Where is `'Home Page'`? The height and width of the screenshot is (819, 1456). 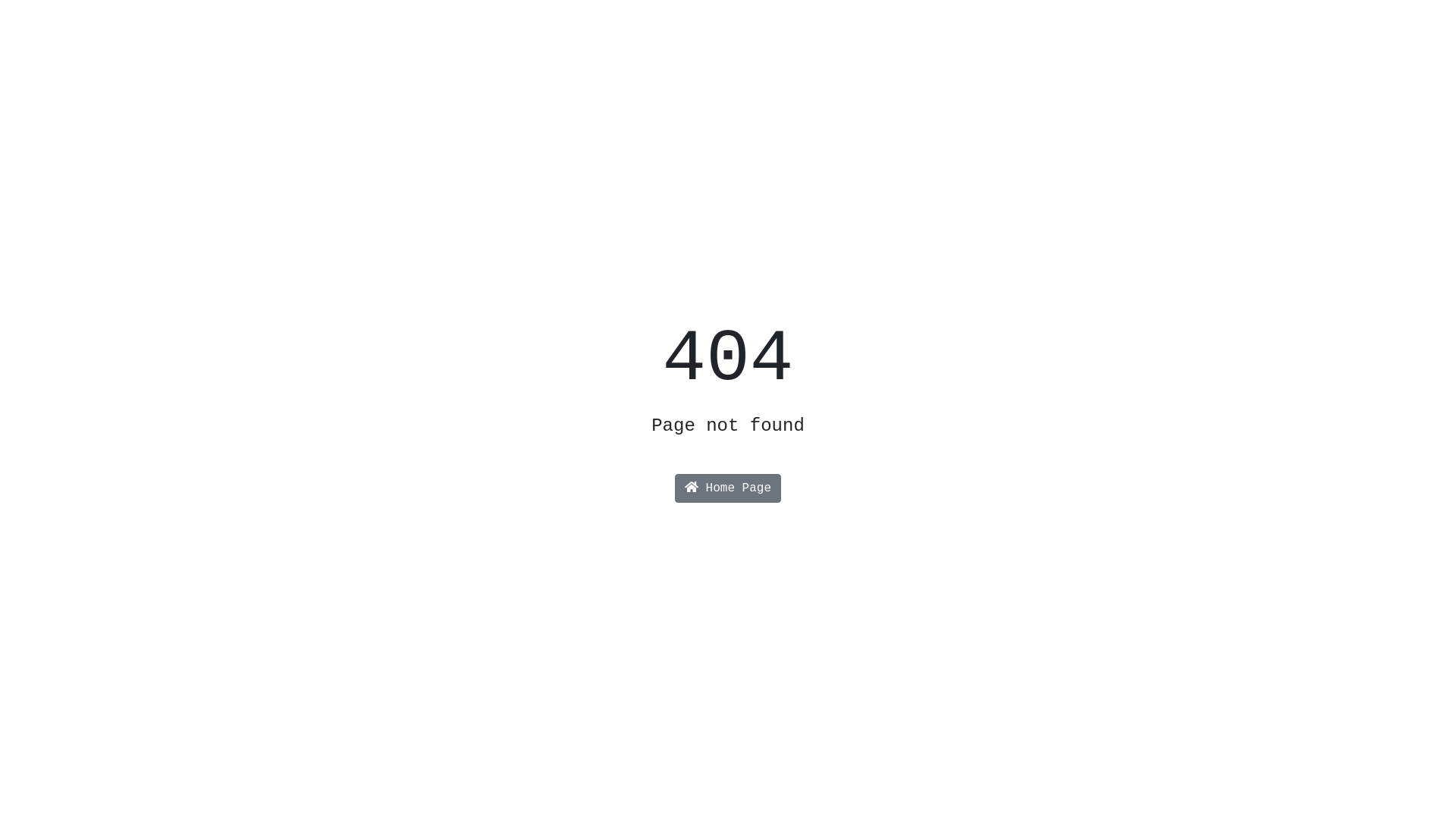
'Home Page' is located at coordinates (728, 488).